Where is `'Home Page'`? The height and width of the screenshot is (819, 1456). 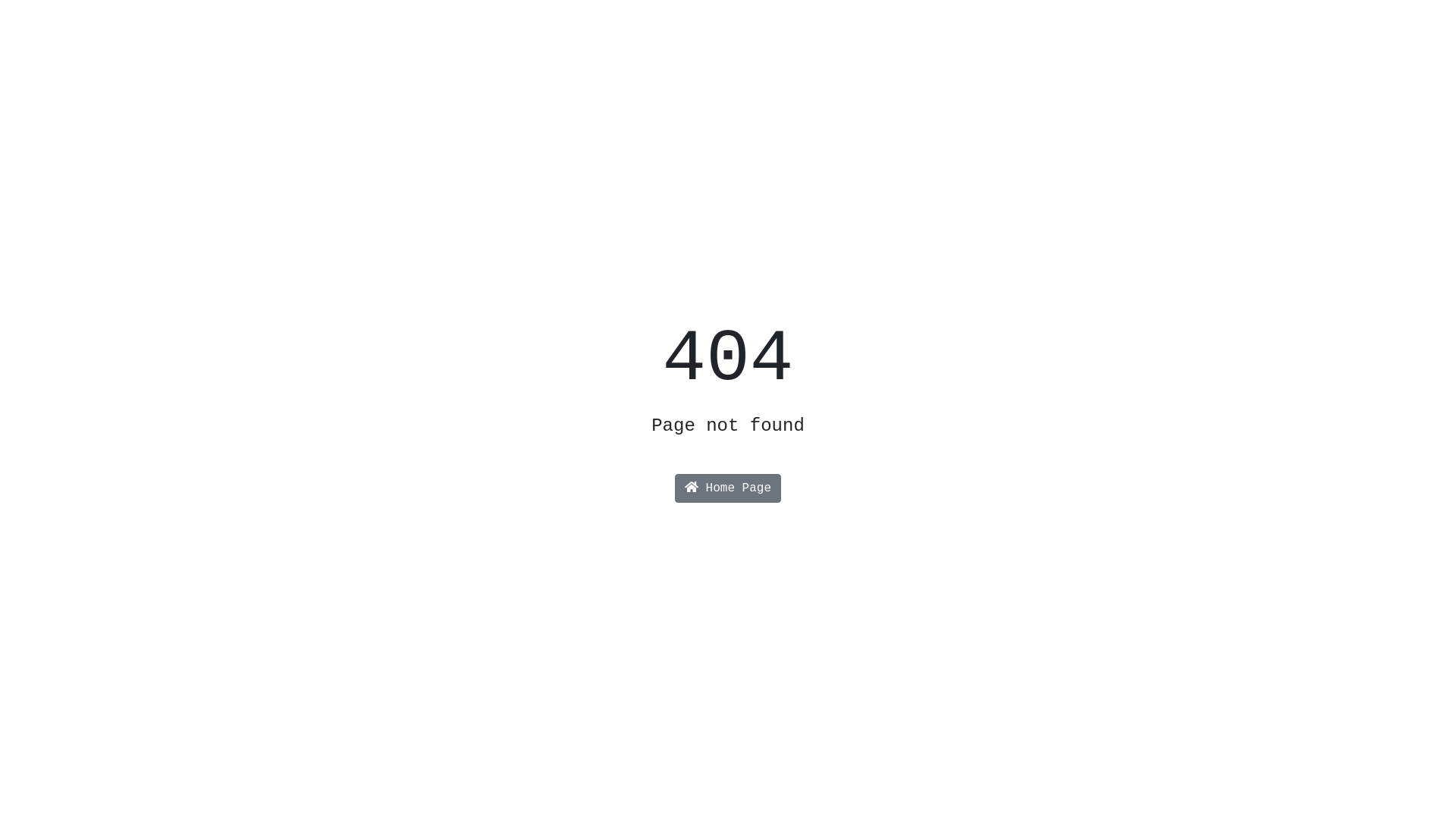
'Home Page' is located at coordinates (728, 488).